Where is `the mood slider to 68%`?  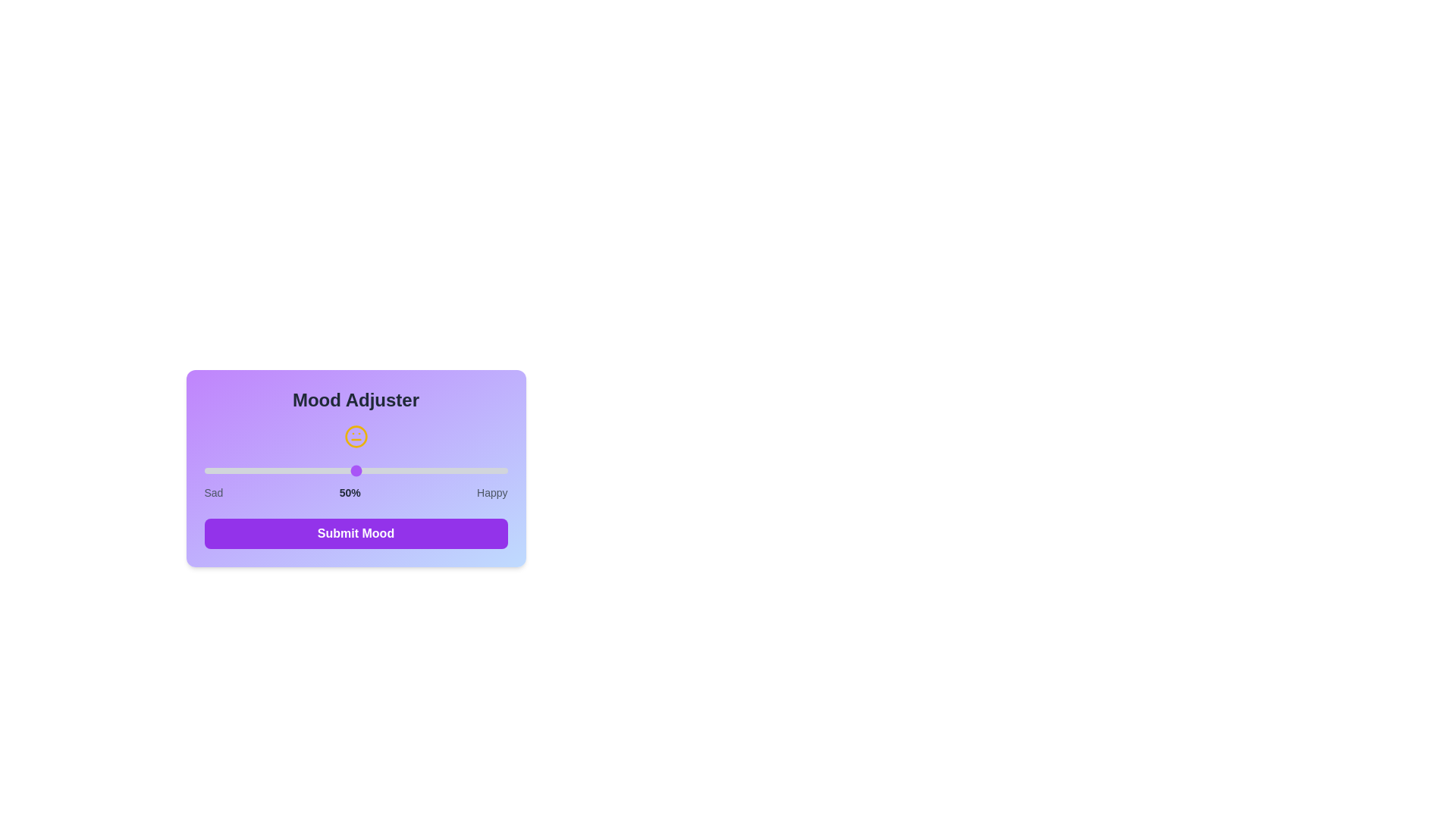 the mood slider to 68% is located at coordinates (410, 470).